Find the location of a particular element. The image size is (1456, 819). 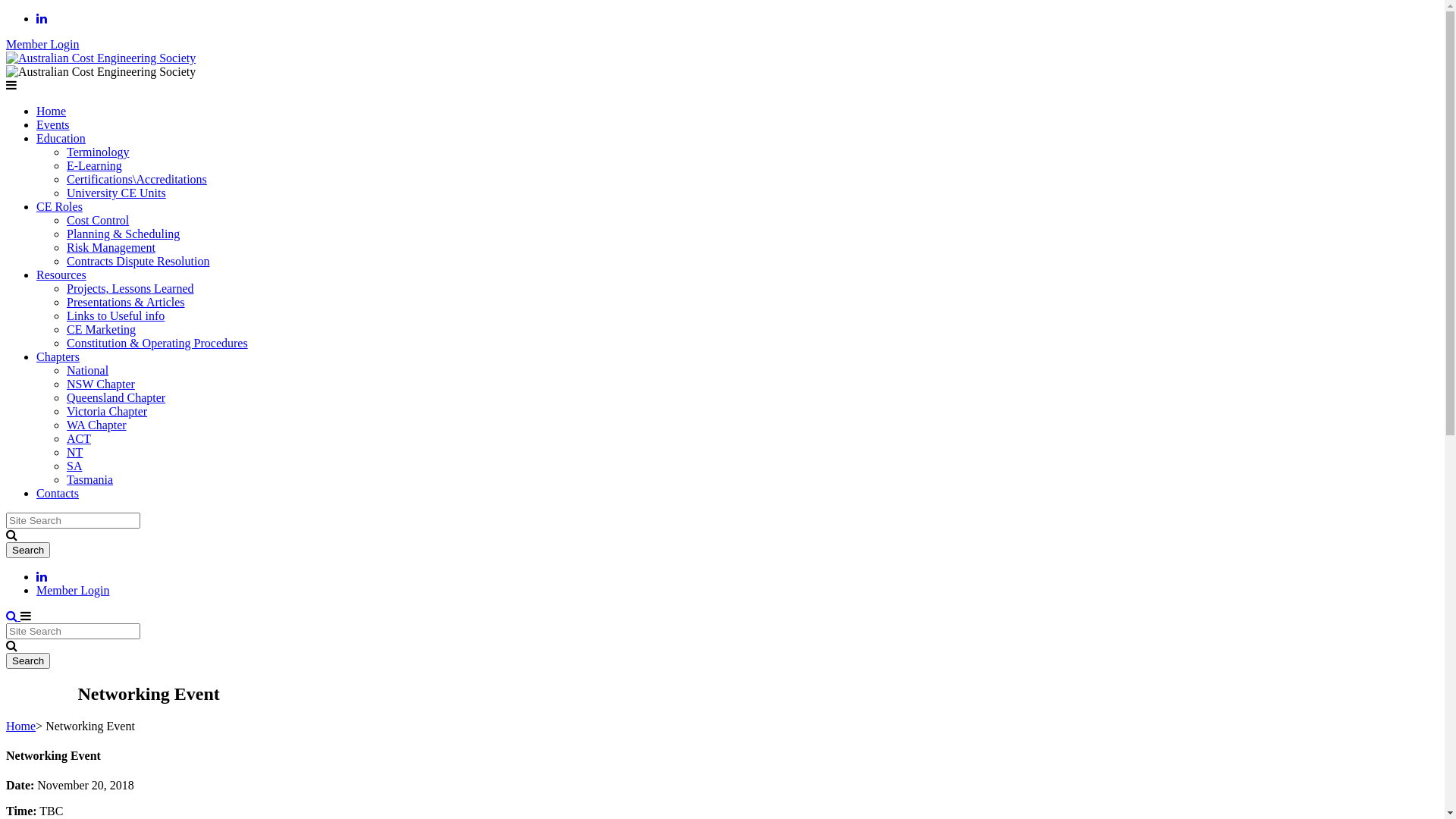

'Risk Management' is located at coordinates (110, 246).